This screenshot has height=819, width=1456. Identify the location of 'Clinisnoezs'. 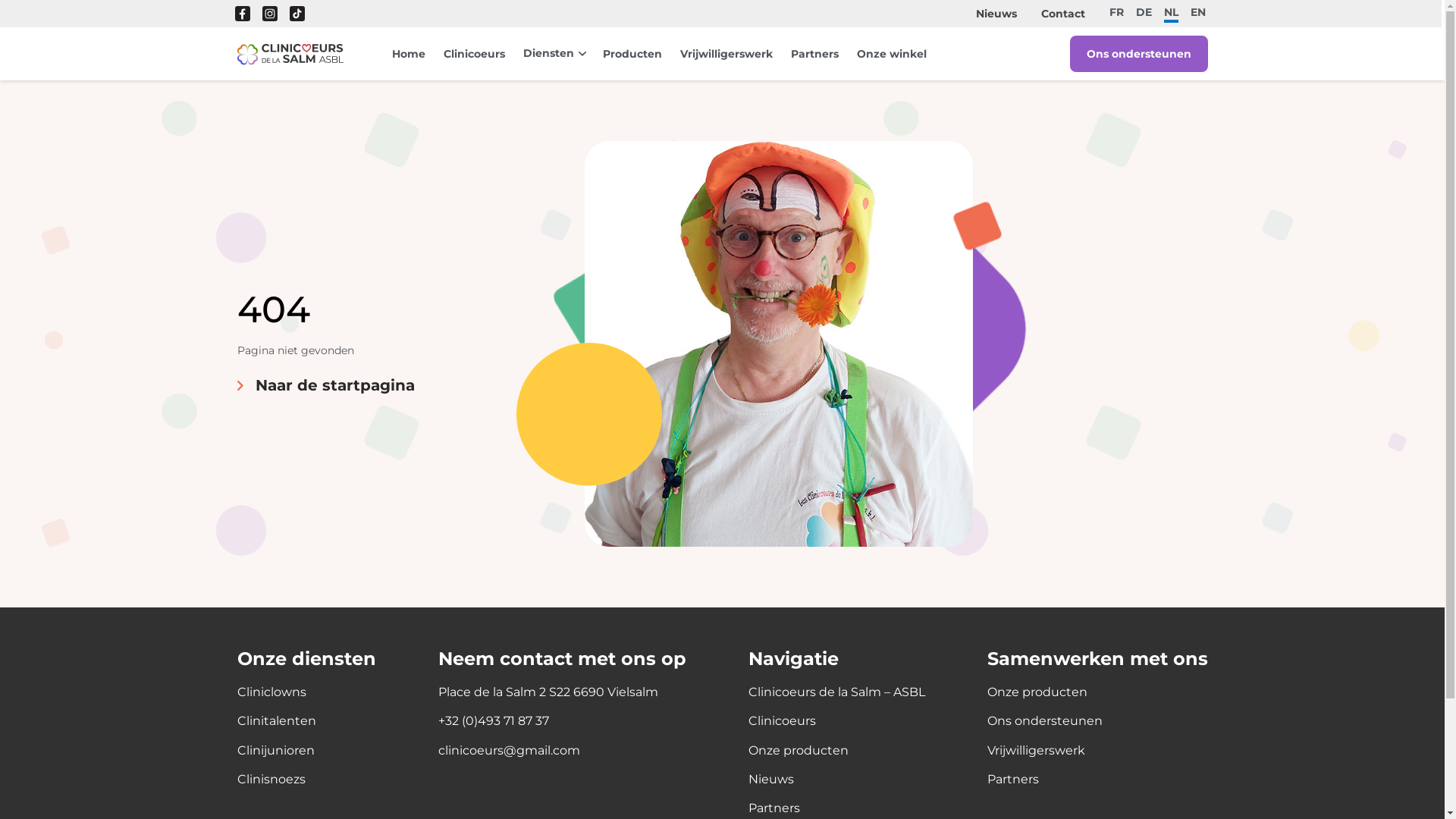
(270, 780).